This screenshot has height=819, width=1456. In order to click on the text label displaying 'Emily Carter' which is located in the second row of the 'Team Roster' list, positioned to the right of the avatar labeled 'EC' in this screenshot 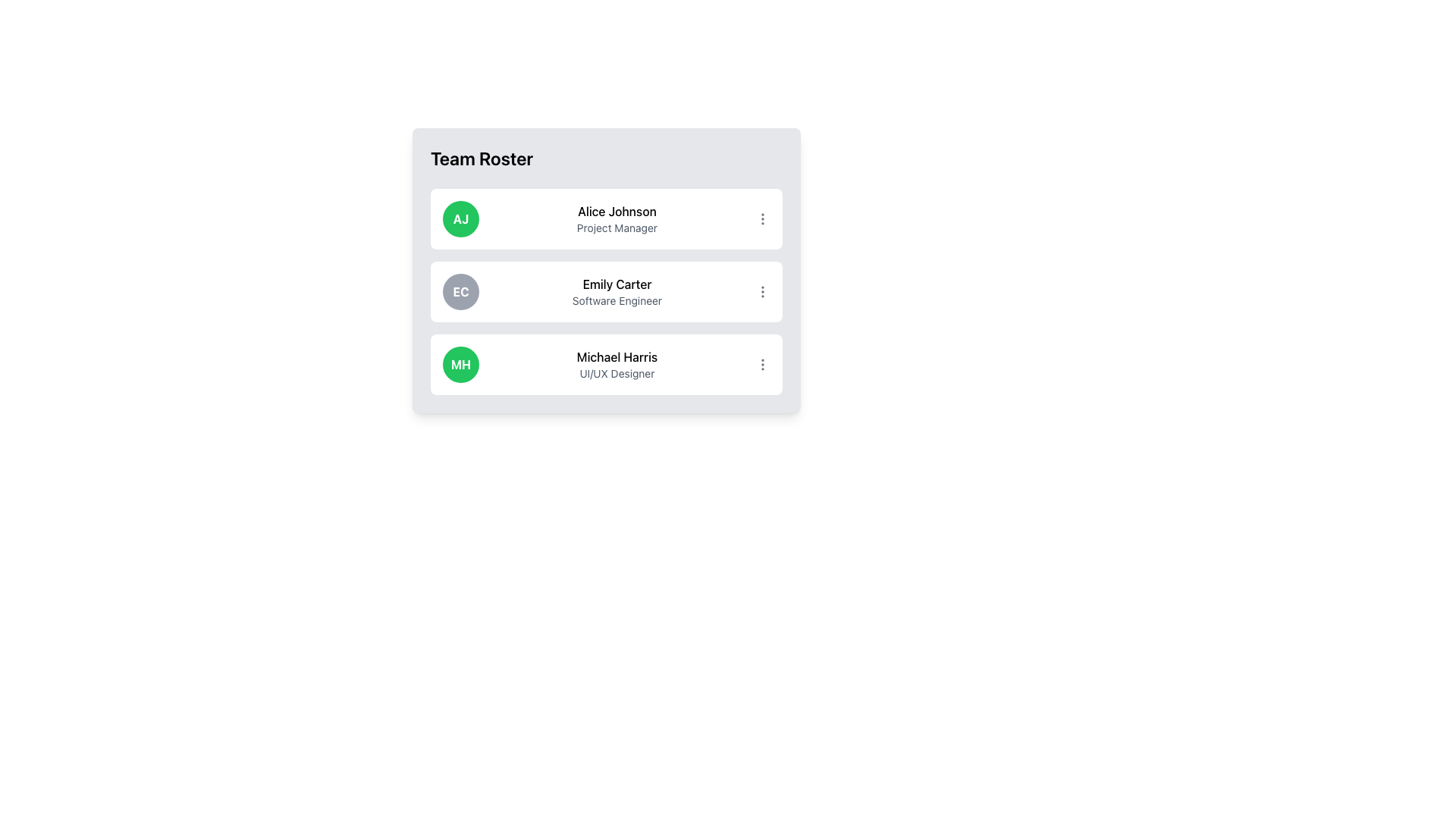, I will do `click(617, 284)`.